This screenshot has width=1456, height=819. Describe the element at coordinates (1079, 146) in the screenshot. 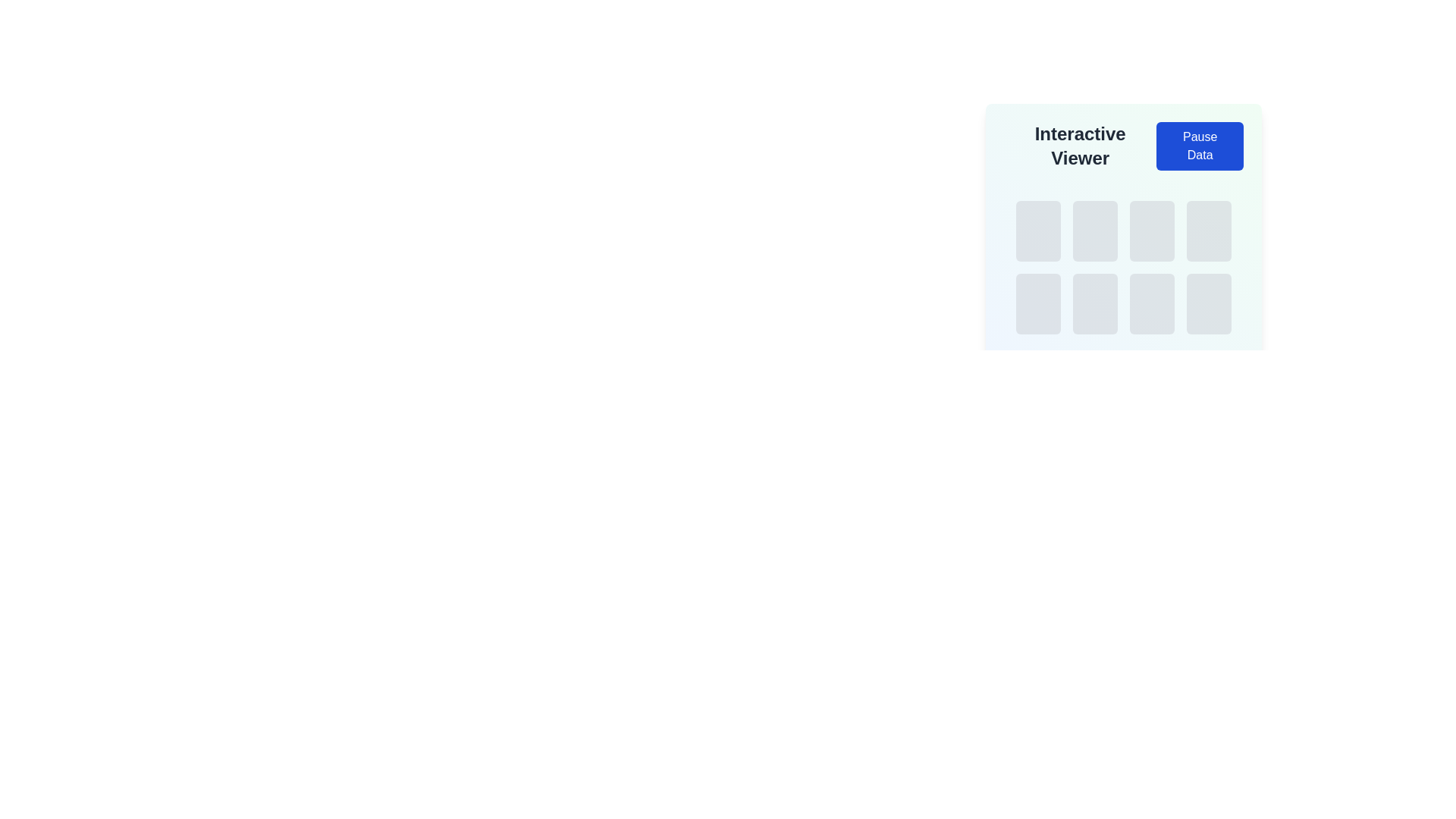

I see `the 'Interactive Viewer' text label, which is styled in bold, black text against a white background, located in the upper-left side of its section, adjacent to the 'Pause Data' button` at that location.